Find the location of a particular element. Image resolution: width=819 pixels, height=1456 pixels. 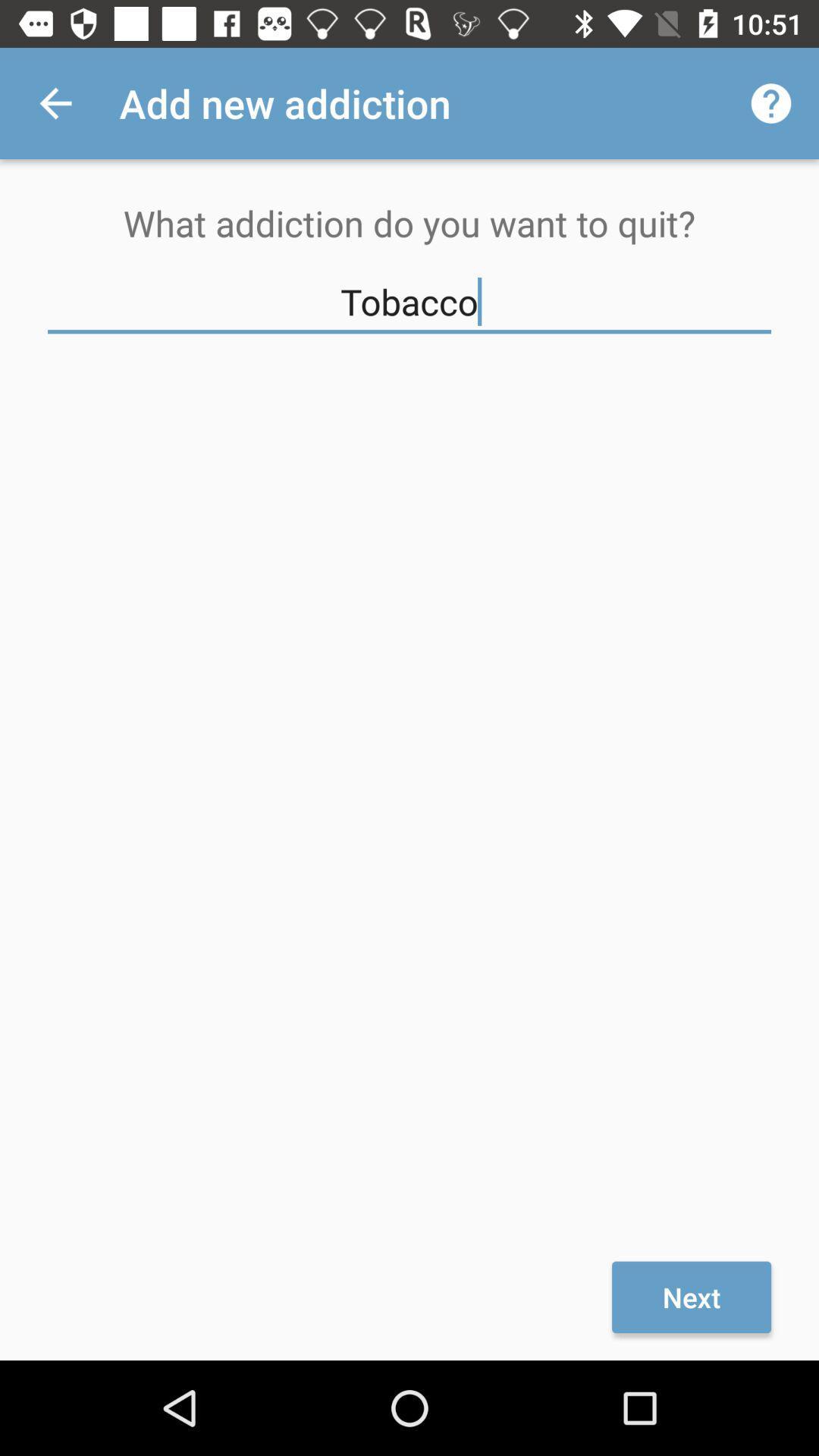

item at the top right corner is located at coordinates (771, 102).